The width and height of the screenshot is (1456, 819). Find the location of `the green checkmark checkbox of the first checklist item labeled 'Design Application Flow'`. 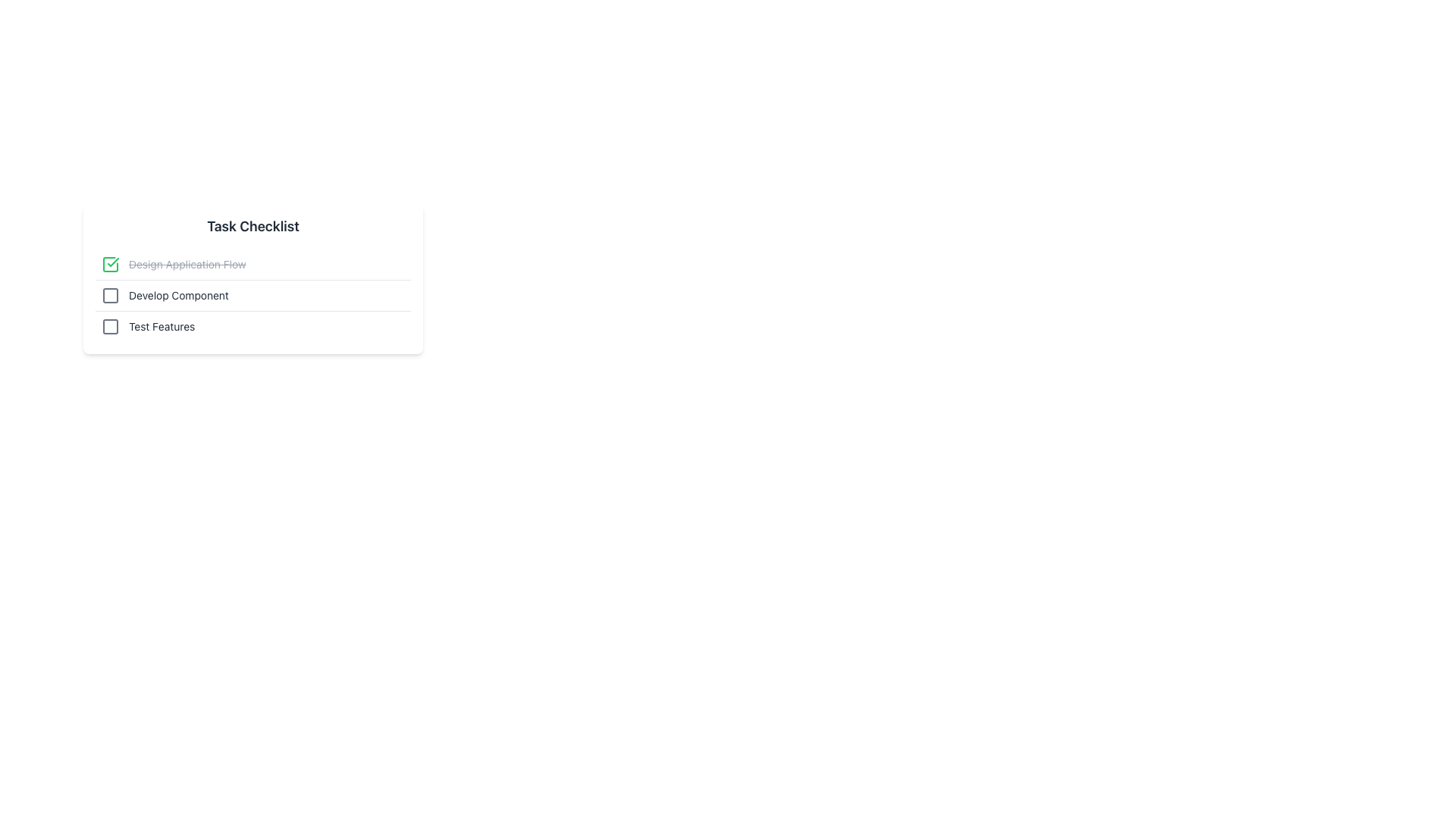

the green checkmark checkbox of the first checklist item labeled 'Design Application Flow' is located at coordinates (253, 263).